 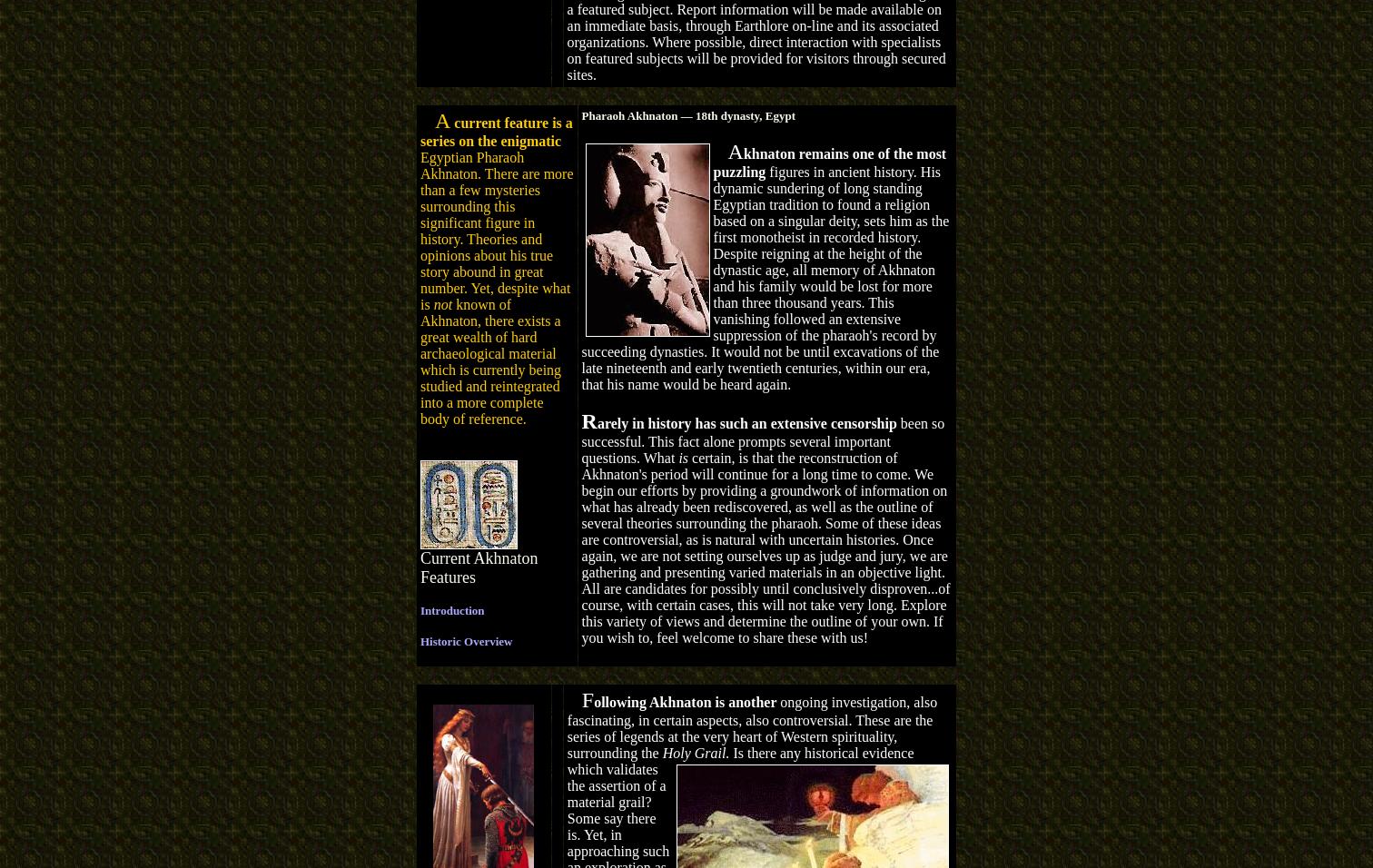 What do you see at coordinates (497, 229) in the screenshot?
I see `'Egyptian Pharaoh 
        Akhnaton. There are more than a few mysteries surrounding this significant 
        figure in history. Theories and opinions about his true story abound 
        in great number. Yet, despite what is'` at bounding box center [497, 229].